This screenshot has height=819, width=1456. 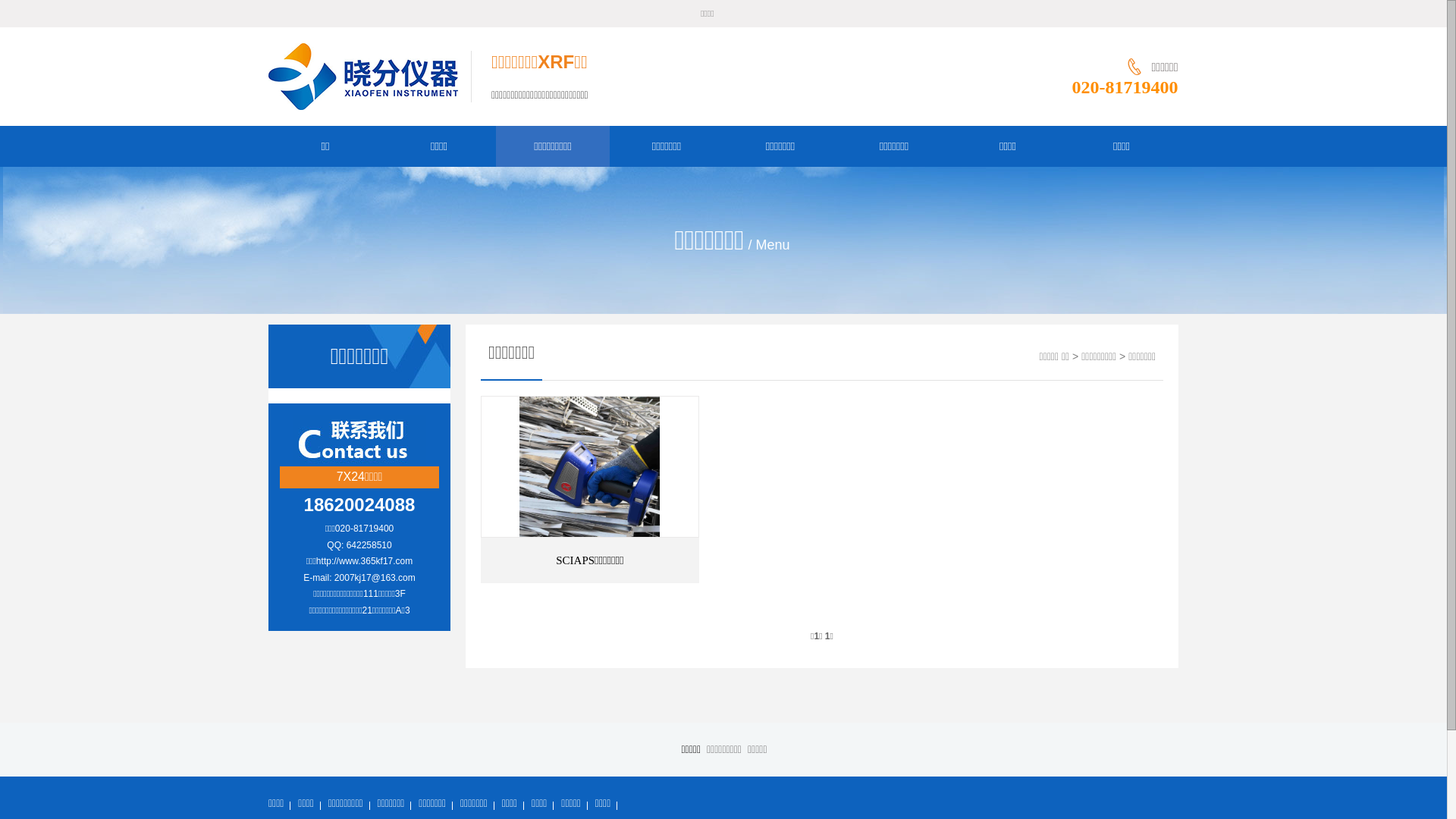 I want to click on '020-81719400', so click(x=1125, y=87).